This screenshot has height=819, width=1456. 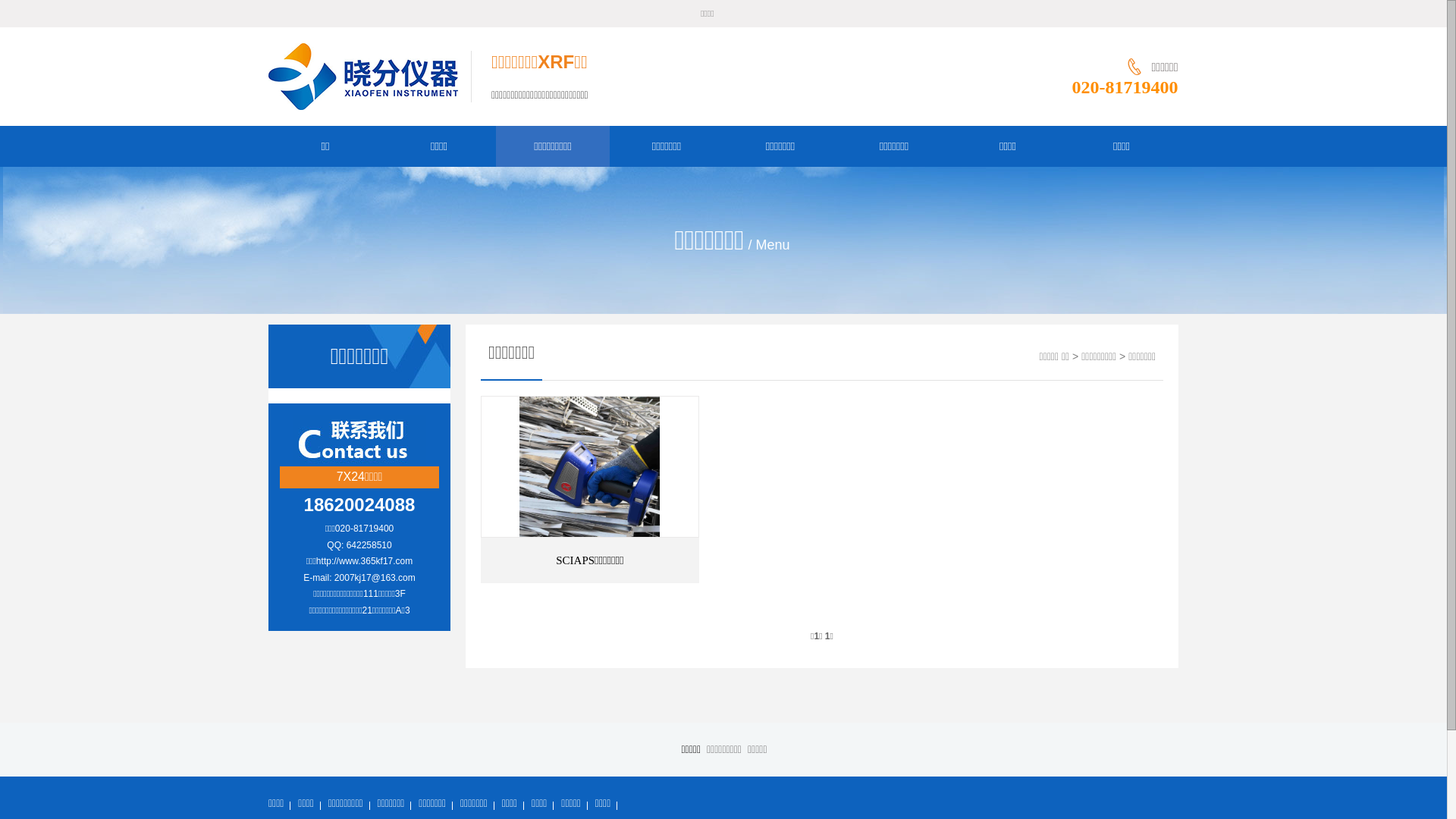 I want to click on '020-81719400', so click(x=1125, y=87).